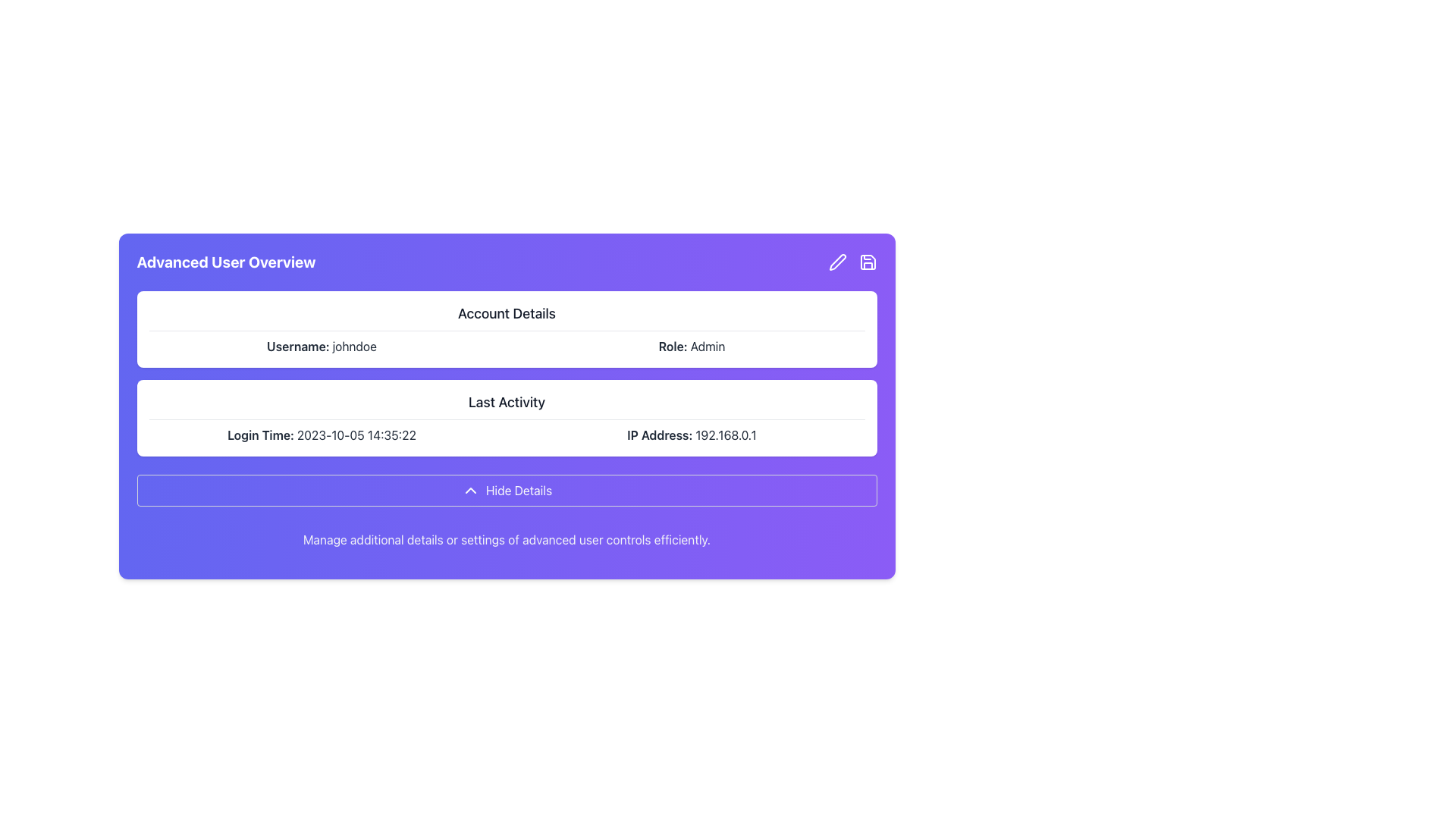 The image size is (1456, 819). Describe the element at coordinates (507, 405) in the screenshot. I see `the Text Label that serves as the header for the subsection containing login information and IP address, located directly below the 'Account Details' header` at that location.